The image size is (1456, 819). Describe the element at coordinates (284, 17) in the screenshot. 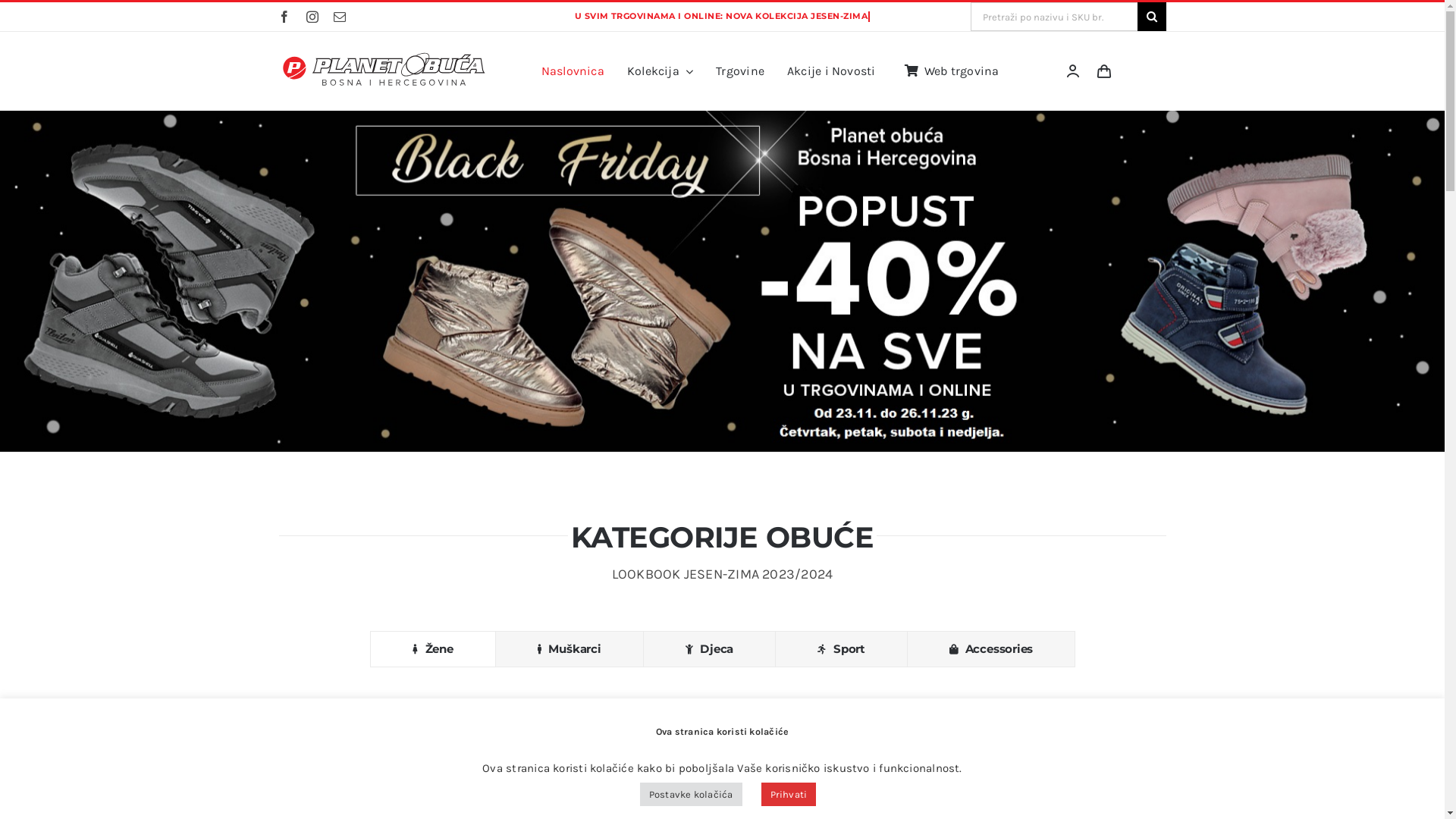

I see `'Facebook'` at that location.